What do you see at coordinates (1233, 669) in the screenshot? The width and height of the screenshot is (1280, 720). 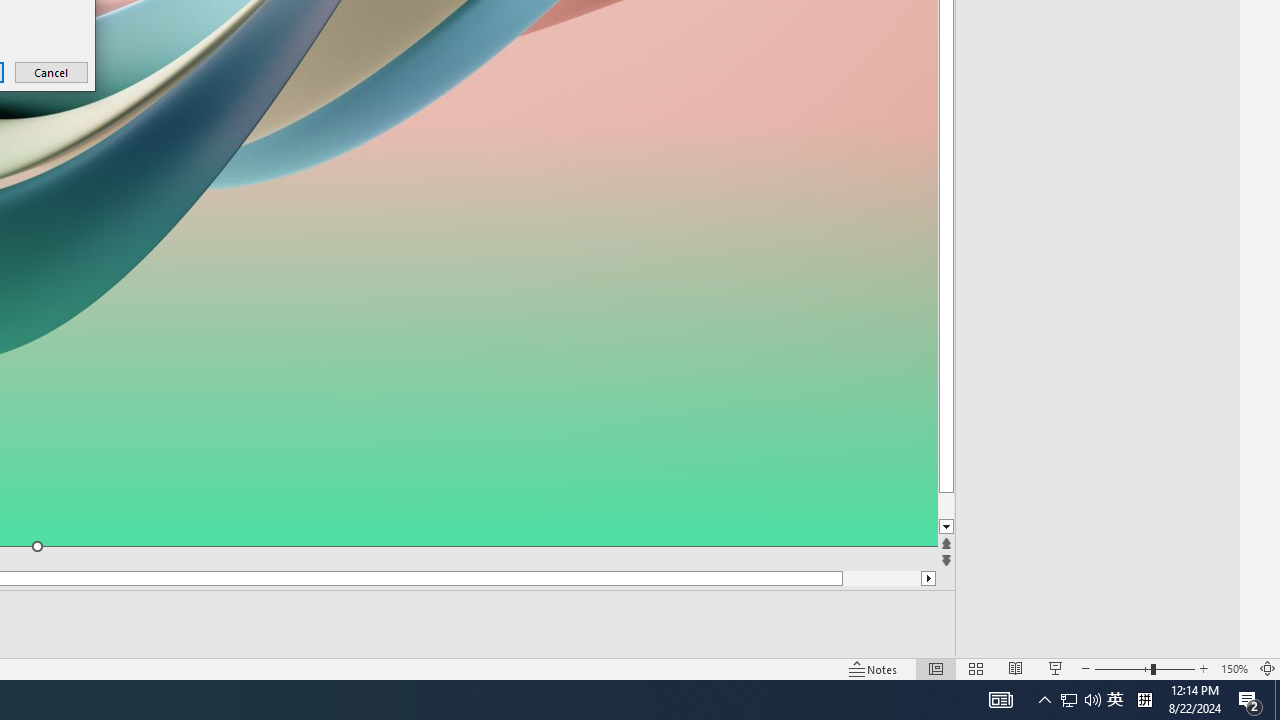 I see `'Zoom 150%'` at bounding box center [1233, 669].